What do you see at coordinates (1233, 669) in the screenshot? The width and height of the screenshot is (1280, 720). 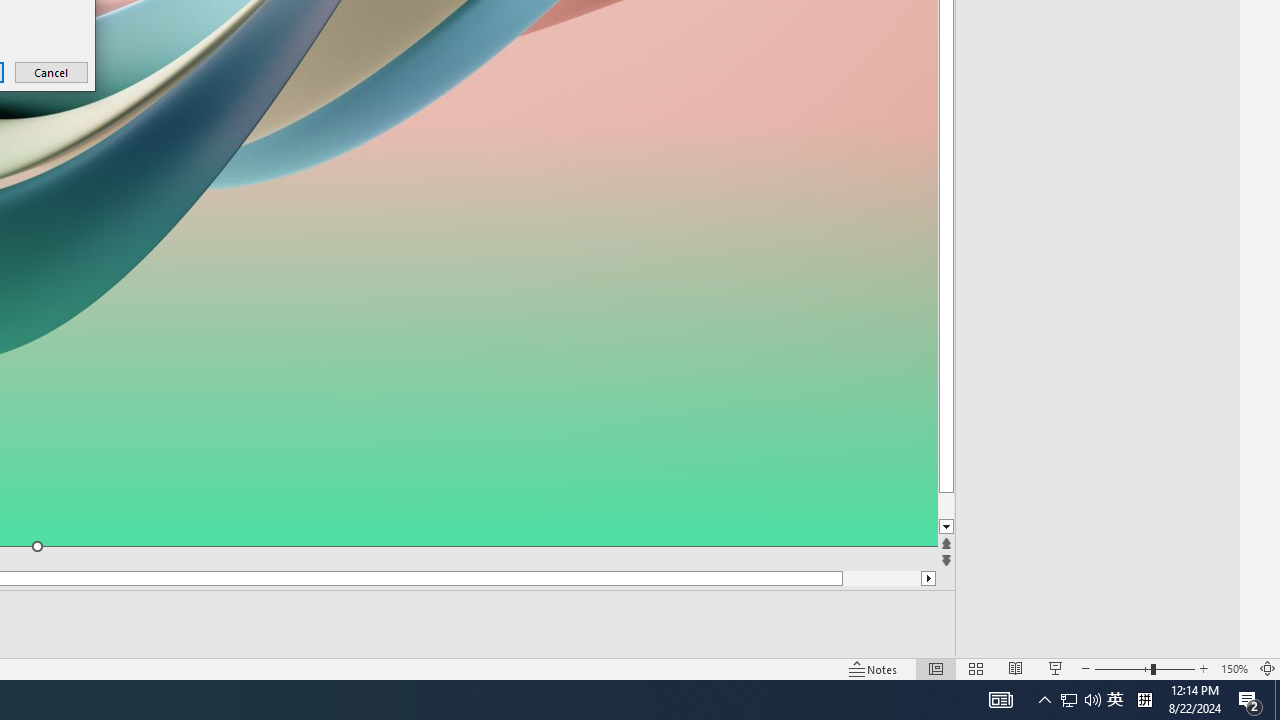 I see `'Zoom 150%'` at bounding box center [1233, 669].